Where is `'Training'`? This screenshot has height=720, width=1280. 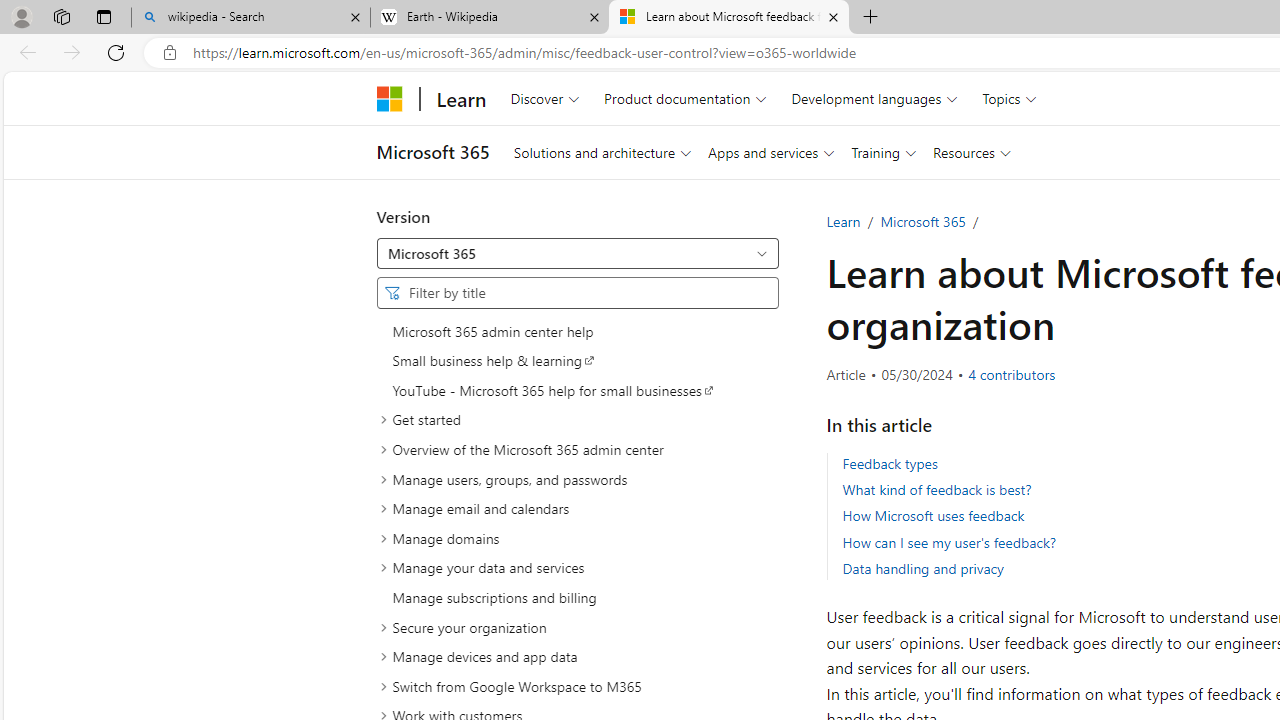
'Training' is located at coordinates (883, 151).